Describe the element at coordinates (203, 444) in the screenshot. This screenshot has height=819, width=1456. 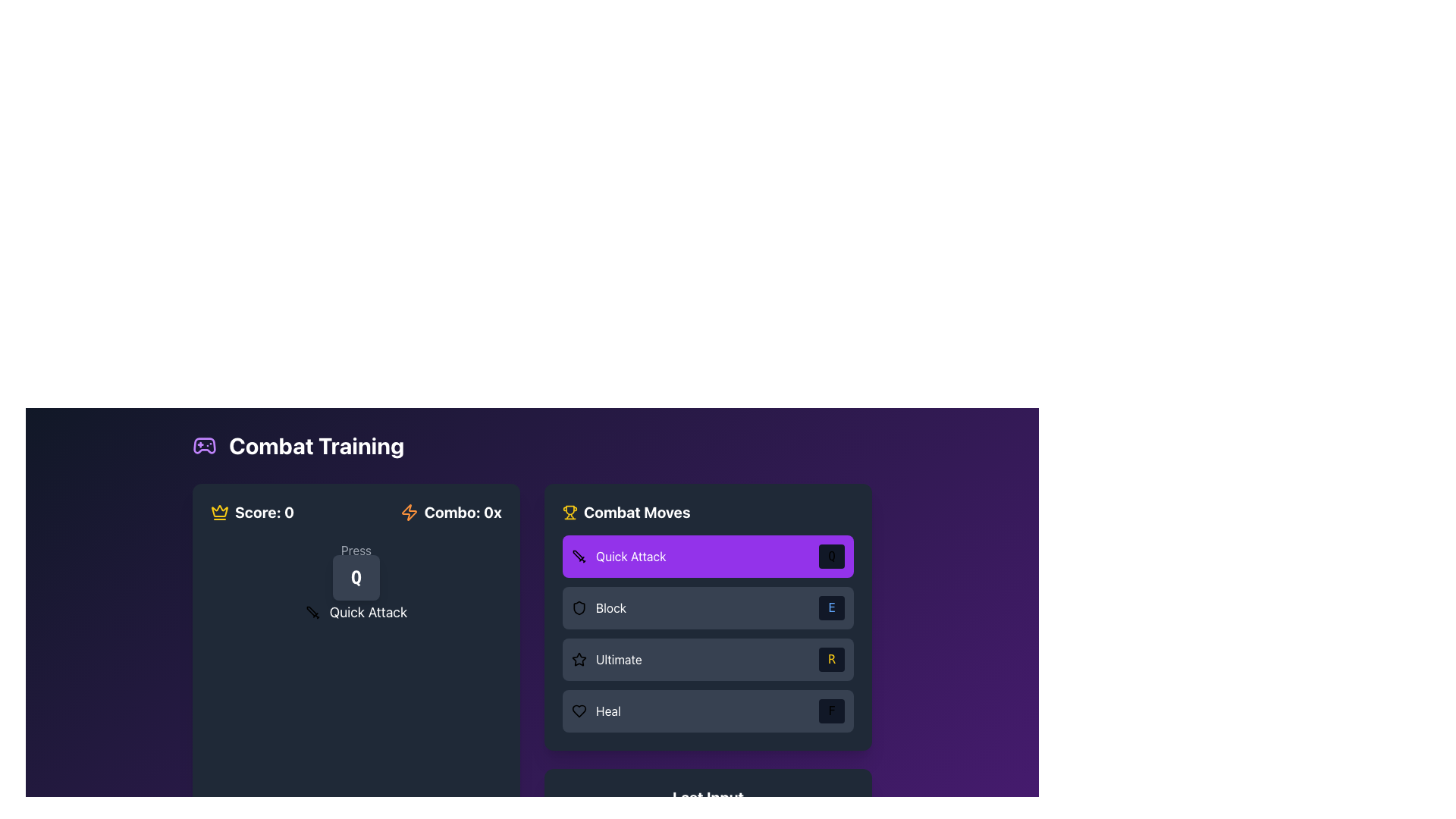
I see `the small, purple-colored gamepad icon located to the left of the 'Combat Training' title text on a dark background` at that location.